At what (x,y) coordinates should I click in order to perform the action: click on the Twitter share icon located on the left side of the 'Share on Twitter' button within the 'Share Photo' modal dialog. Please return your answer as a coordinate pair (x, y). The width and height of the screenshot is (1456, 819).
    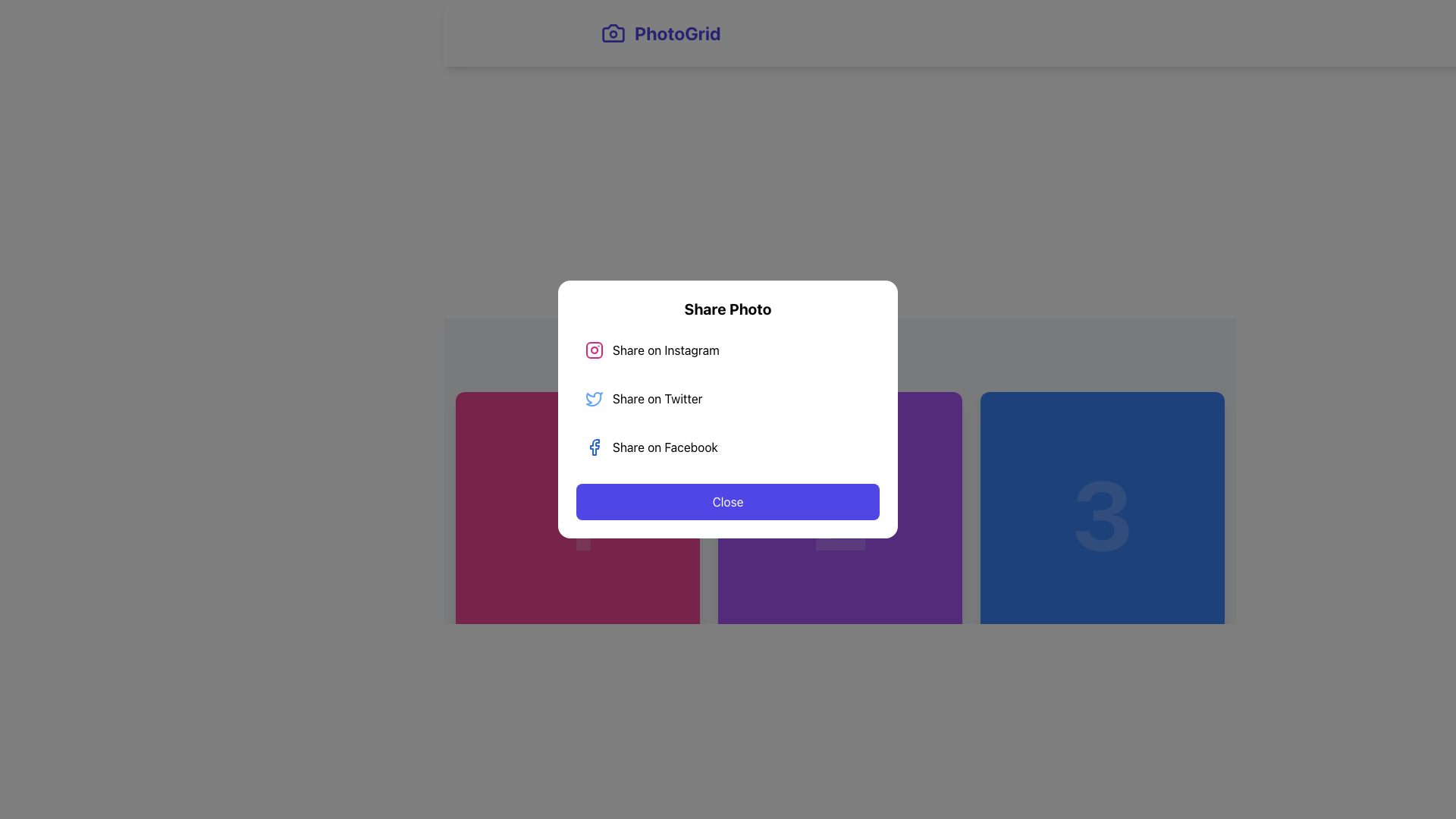
    Looking at the image, I should click on (593, 397).